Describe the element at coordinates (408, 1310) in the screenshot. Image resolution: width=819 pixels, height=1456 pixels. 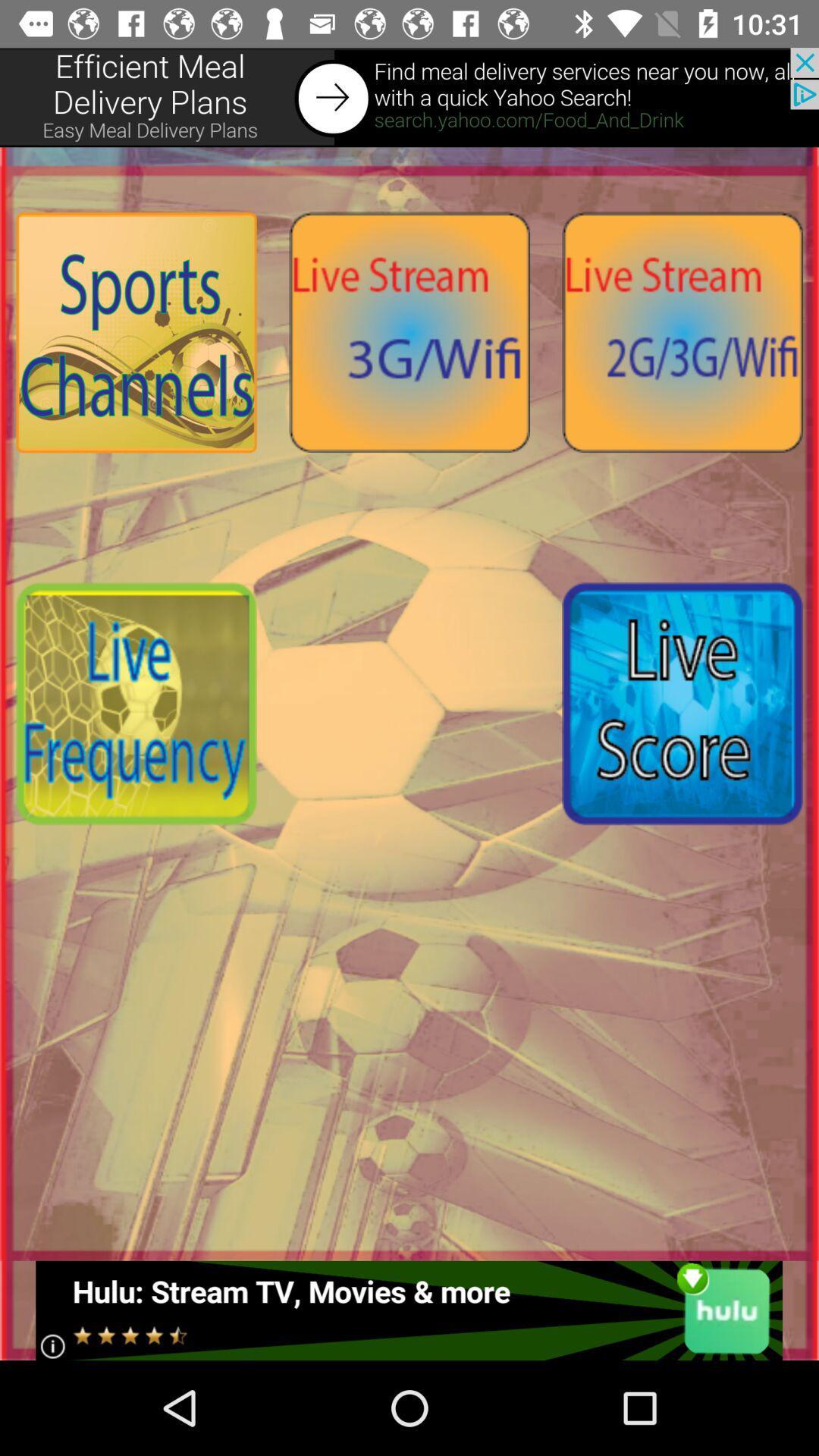
I see `hulu website` at that location.